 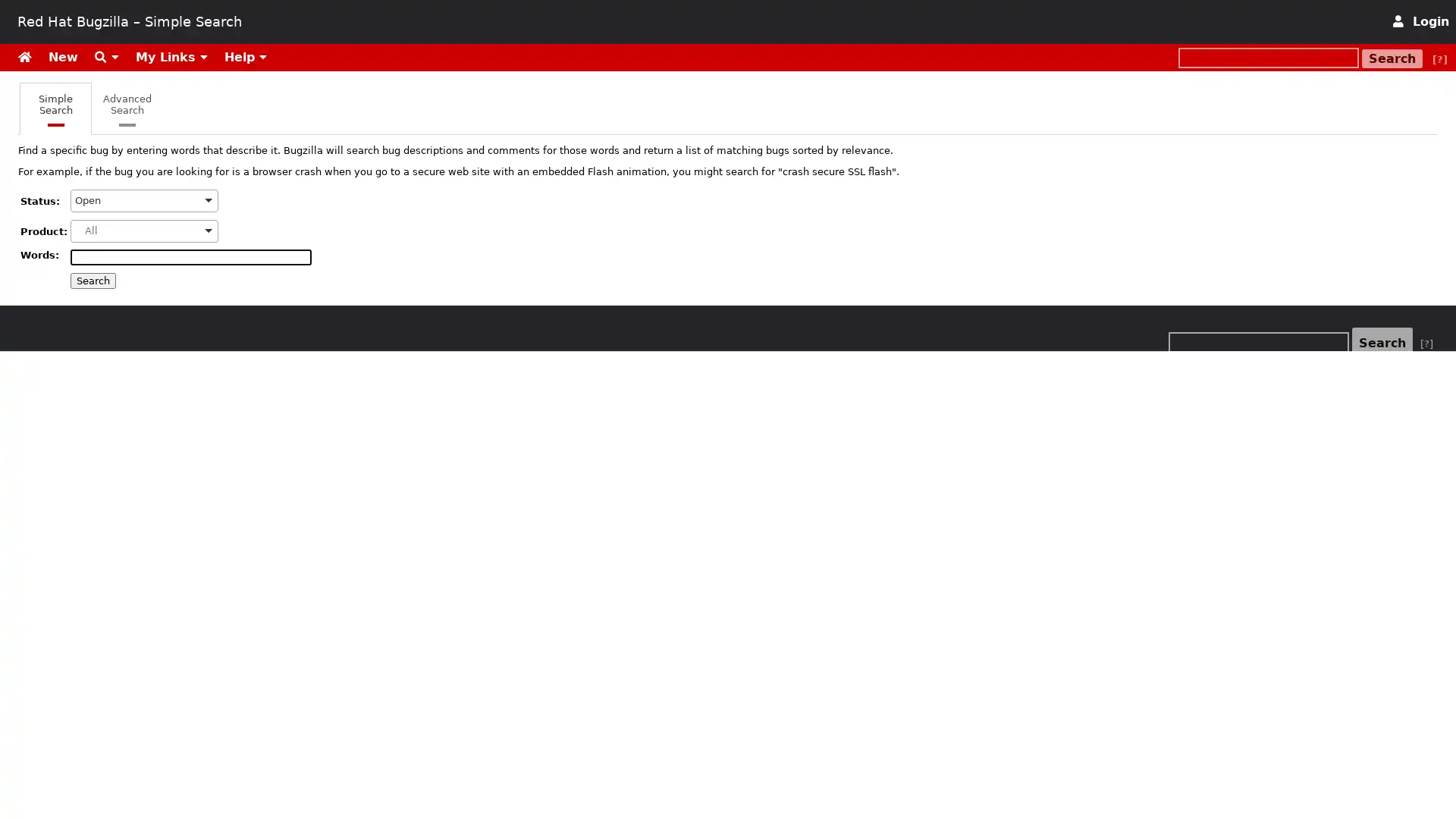 I want to click on Search, so click(x=1382, y=342).